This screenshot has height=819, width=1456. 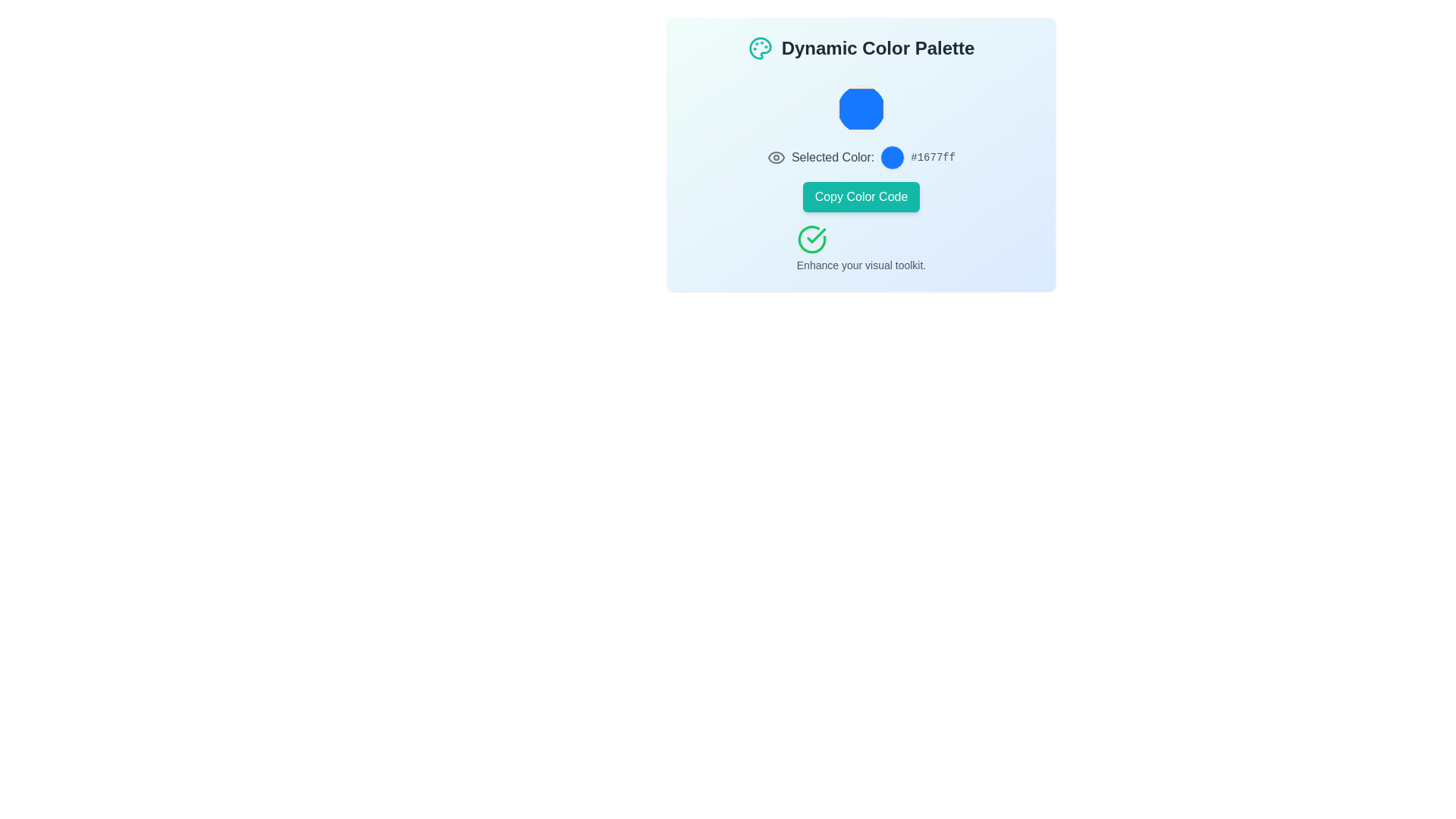 What do you see at coordinates (776, 158) in the screenshot?
I see `the eye icon that is styled in gray tones and positioned to the left of the text 'Selected Color:', which indicates the selected color` at bounding box center [776, 158].